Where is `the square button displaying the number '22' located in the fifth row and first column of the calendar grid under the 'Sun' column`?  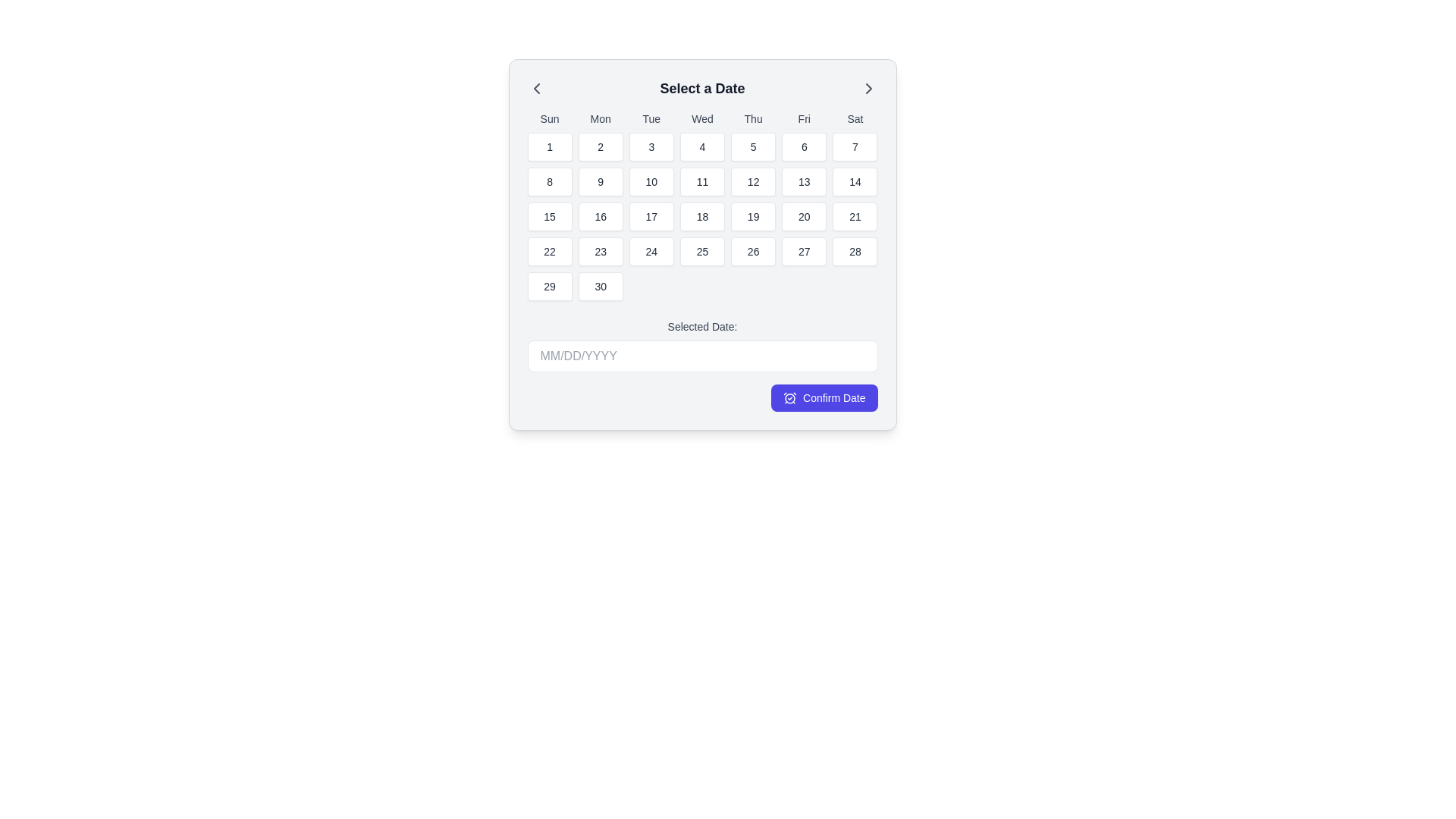 the square button displaying the number '22' located in the fifth row and first column of the calendar grid under the 'Sun' column is located at coordinates (548, 250).